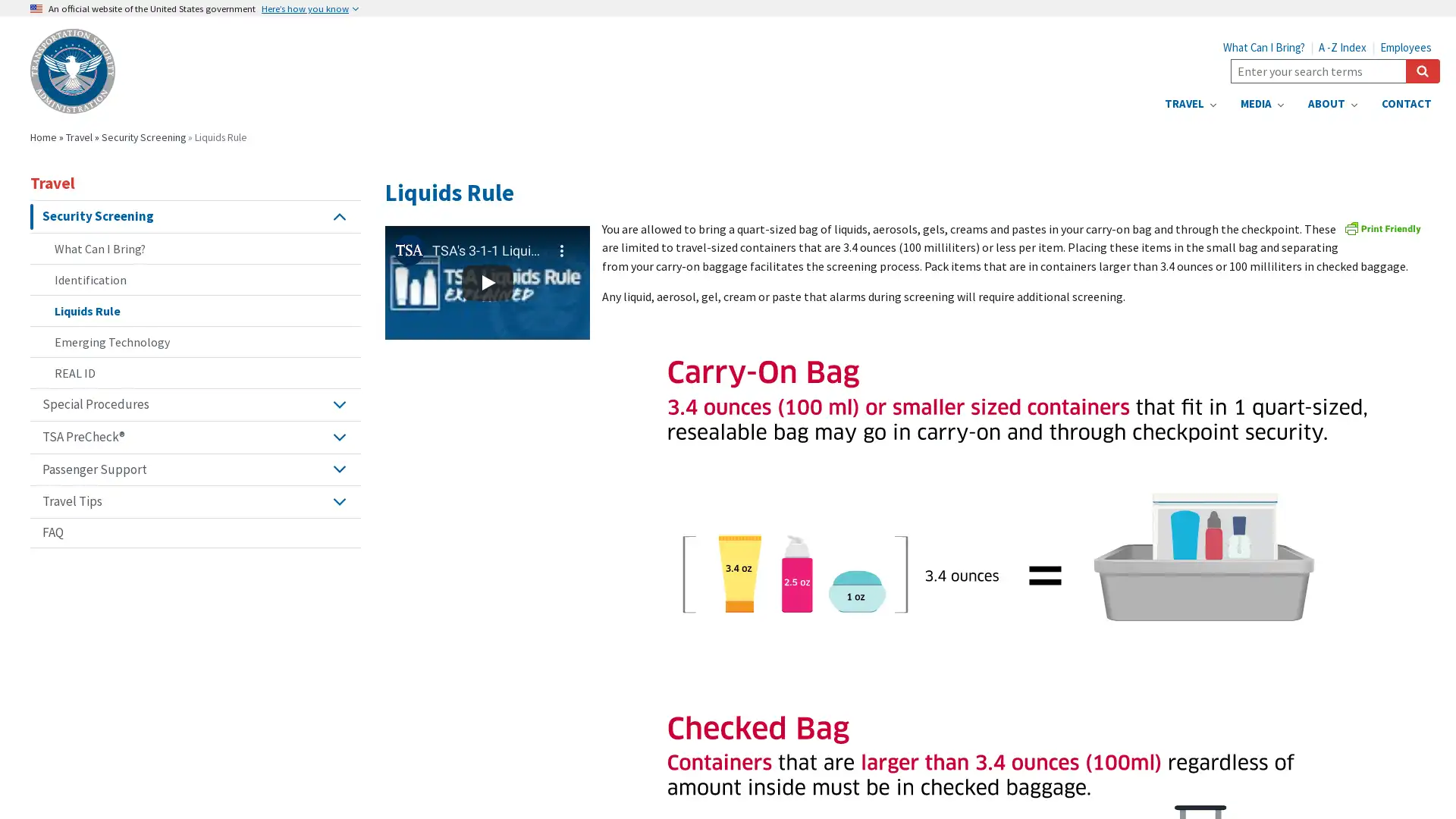  Describe the element at coordinates (338, 436) in the screenshot. I see `Toggle submenu for 'TSA PreCheck'` at that location.